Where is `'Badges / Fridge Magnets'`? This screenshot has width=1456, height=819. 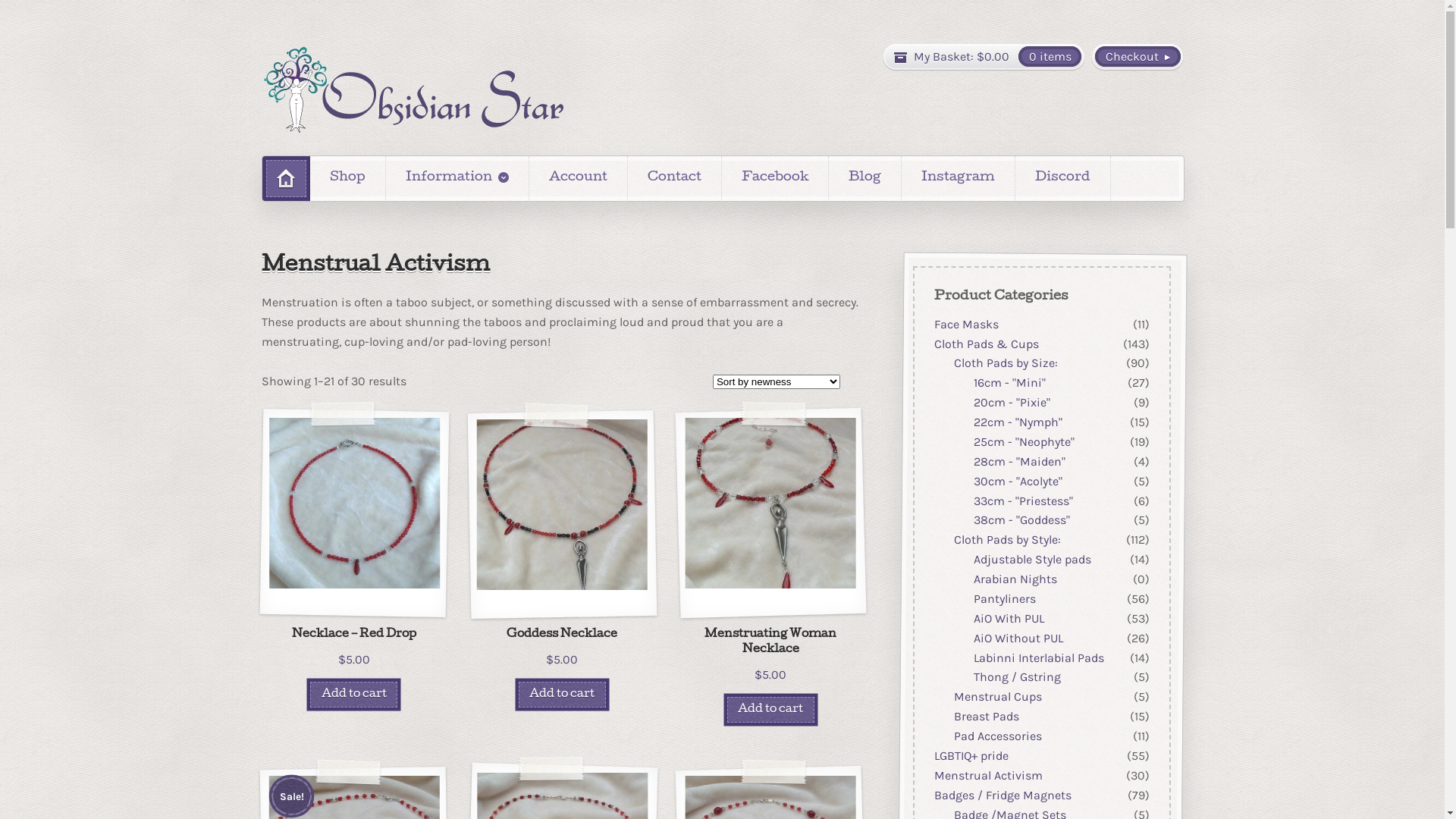
'Badges / Fridge Magnets' is located at coordinates (1002, 794).